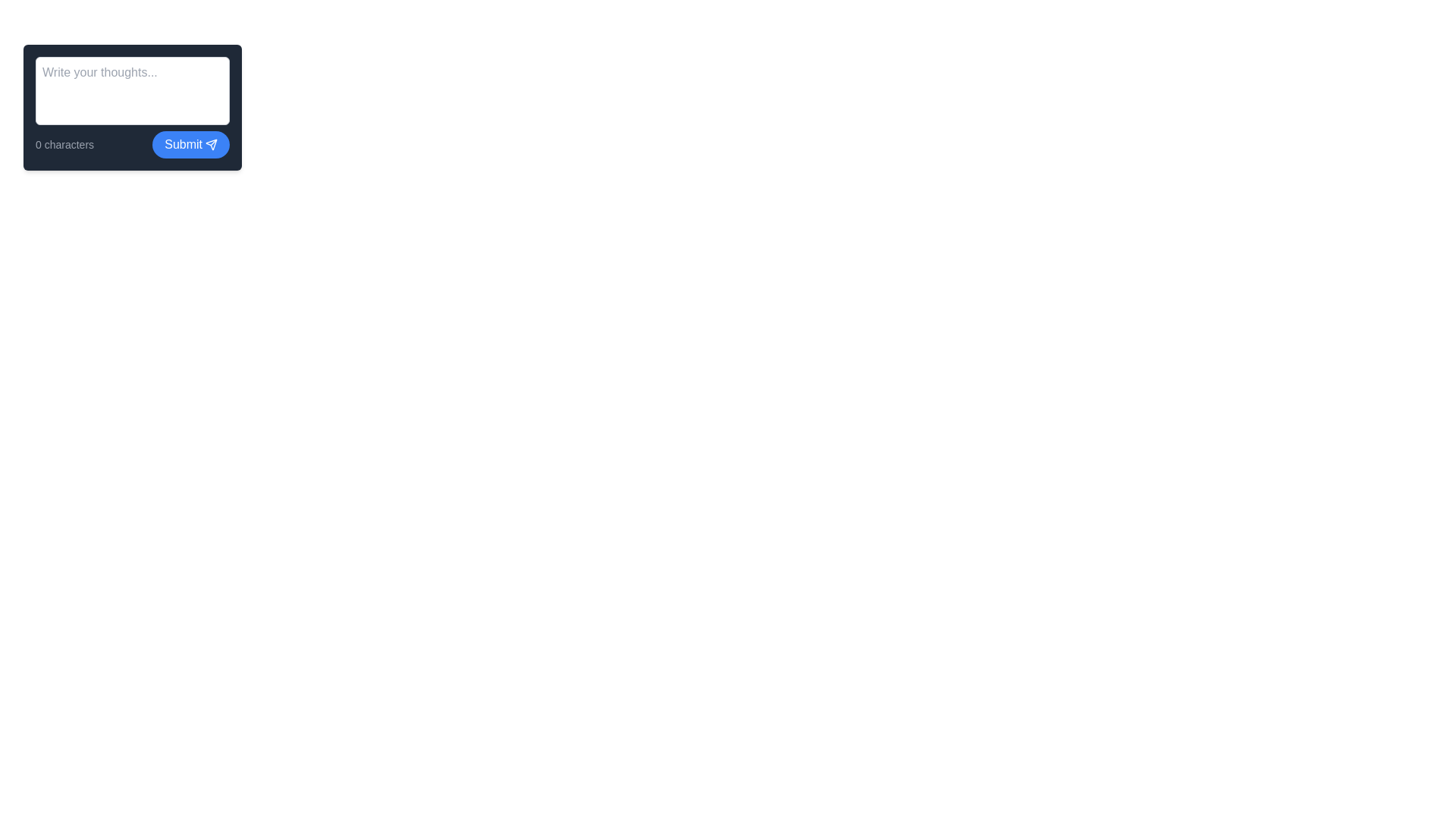  I want to click on the paper airplane icon, which is styled in white on a blue circular background and positioned at the right edge of the 'Submit' button, so click(210, 145).